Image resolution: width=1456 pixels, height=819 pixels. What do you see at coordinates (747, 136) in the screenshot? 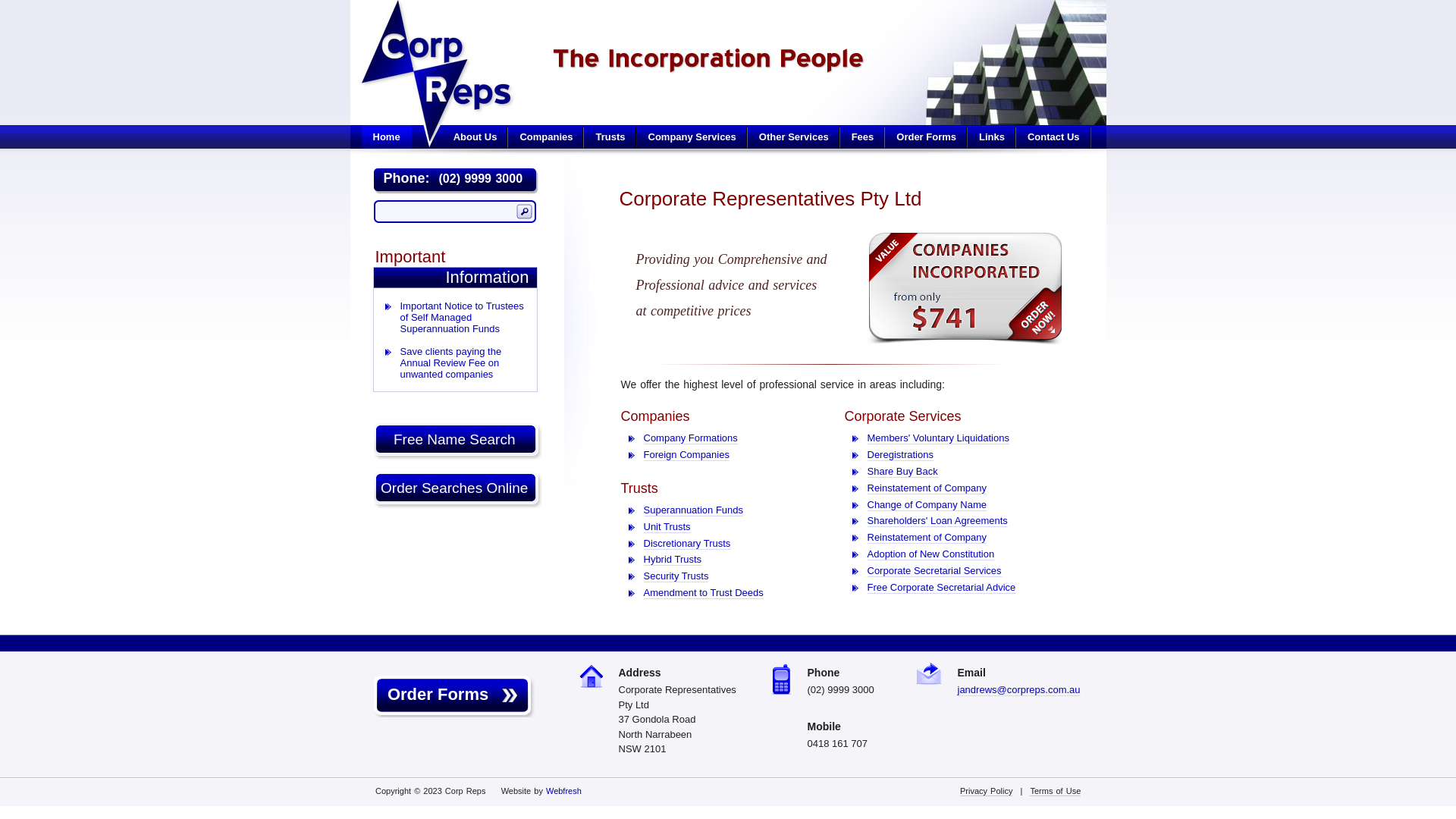
I see `'Other Services'` at bounding box center [747, 136].